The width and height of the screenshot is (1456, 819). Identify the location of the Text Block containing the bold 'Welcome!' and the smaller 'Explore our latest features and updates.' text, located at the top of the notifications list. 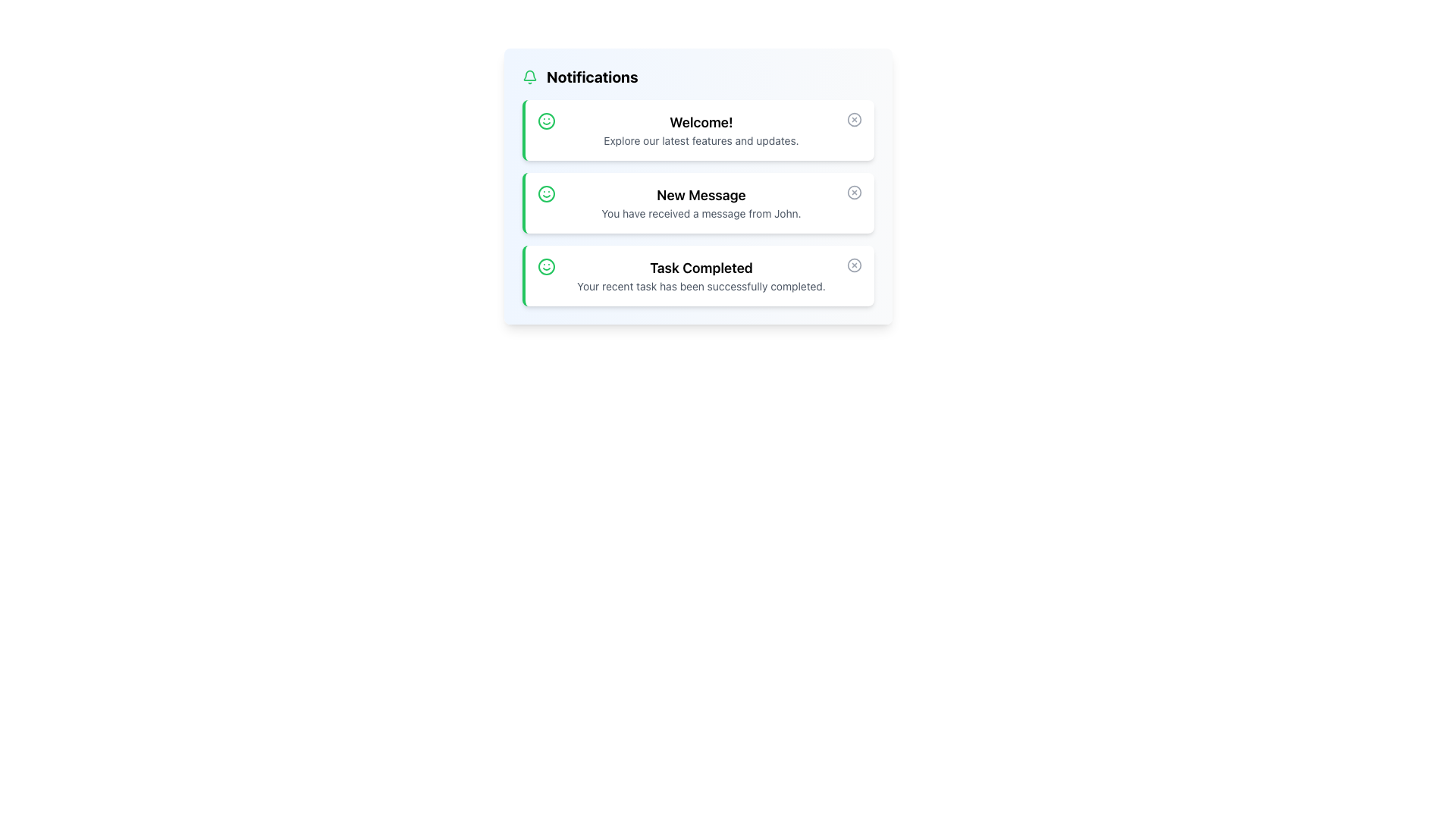
(701, 130).